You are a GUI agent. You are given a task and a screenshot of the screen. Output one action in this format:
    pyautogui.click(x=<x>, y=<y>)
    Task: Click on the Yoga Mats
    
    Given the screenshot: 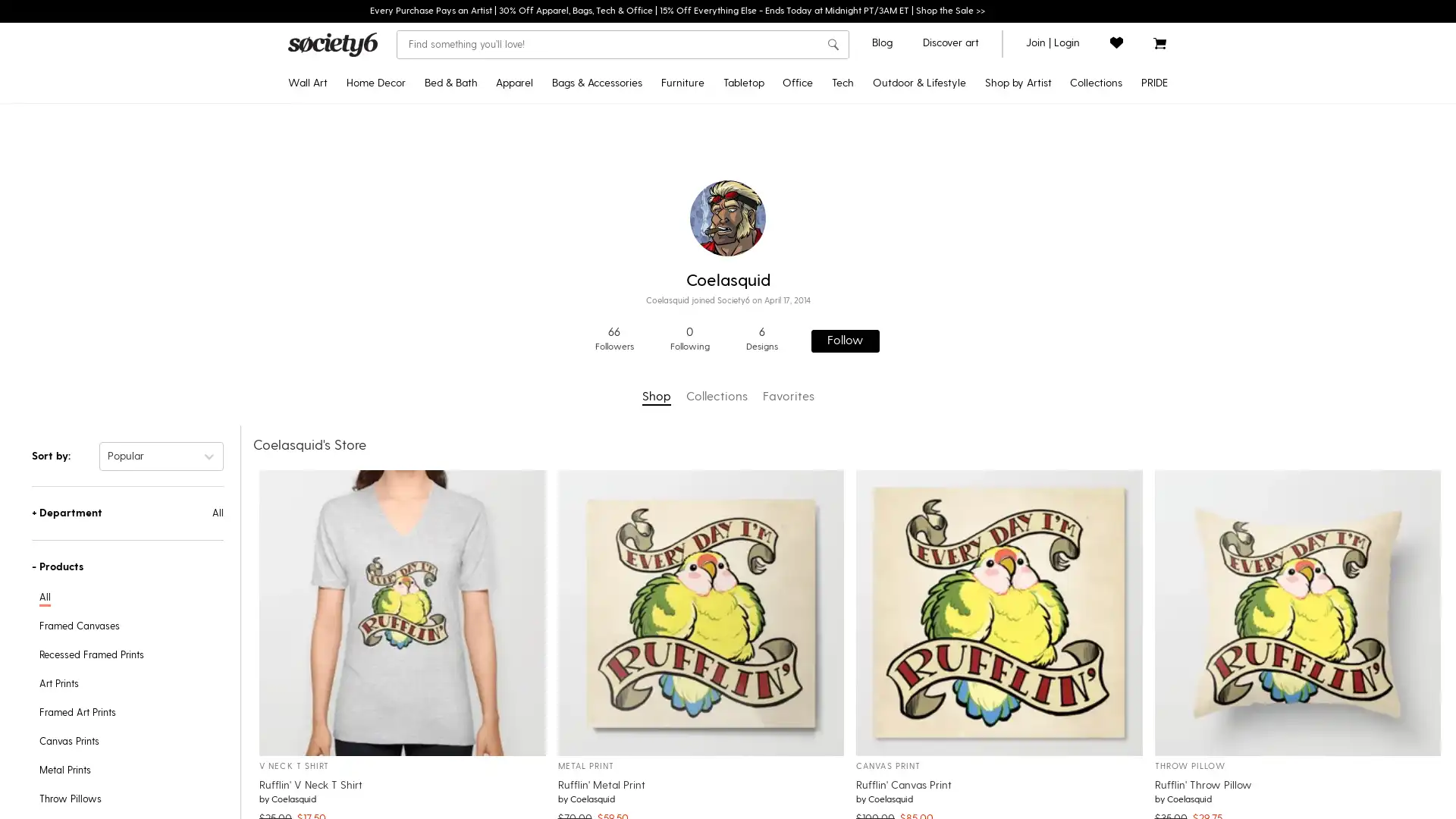 What is the action you would take?
    pyautogui.click(x=939, y=146)
    